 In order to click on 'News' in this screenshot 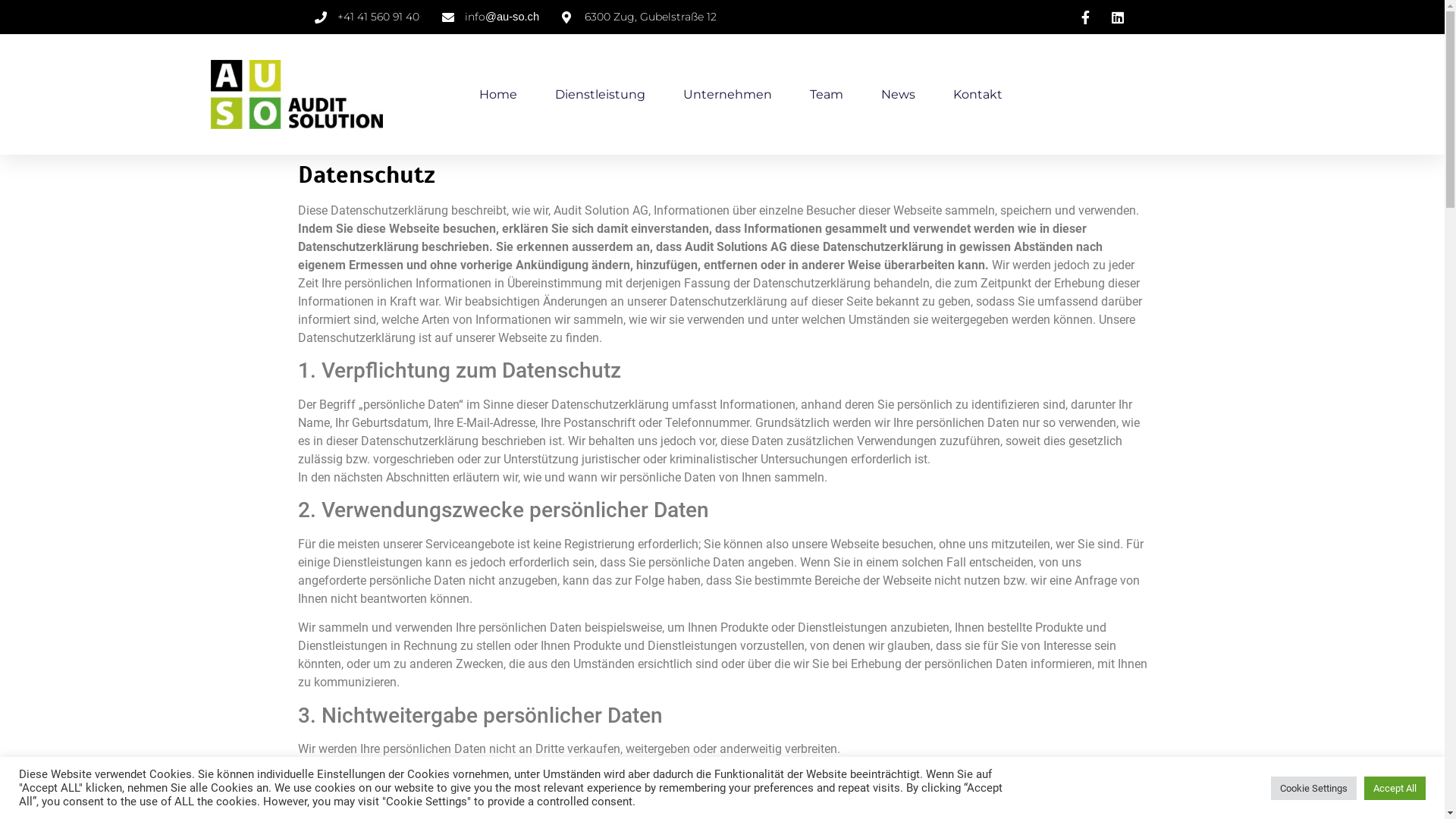, I will do `click(898, 94)`.